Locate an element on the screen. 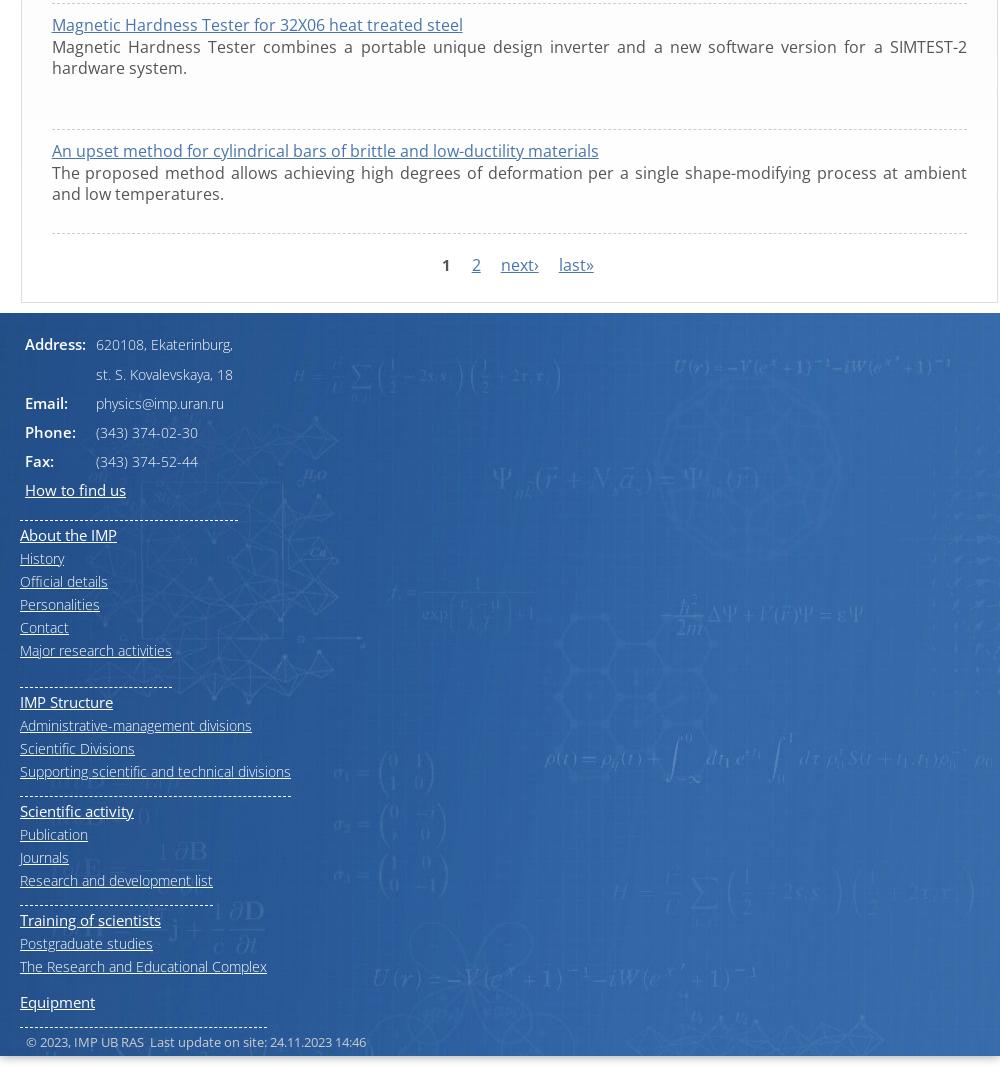 This screenshot has height=1077, width=1000. 'st. S. Kovalevskaya, 18' is located at coordinates (164, 372).